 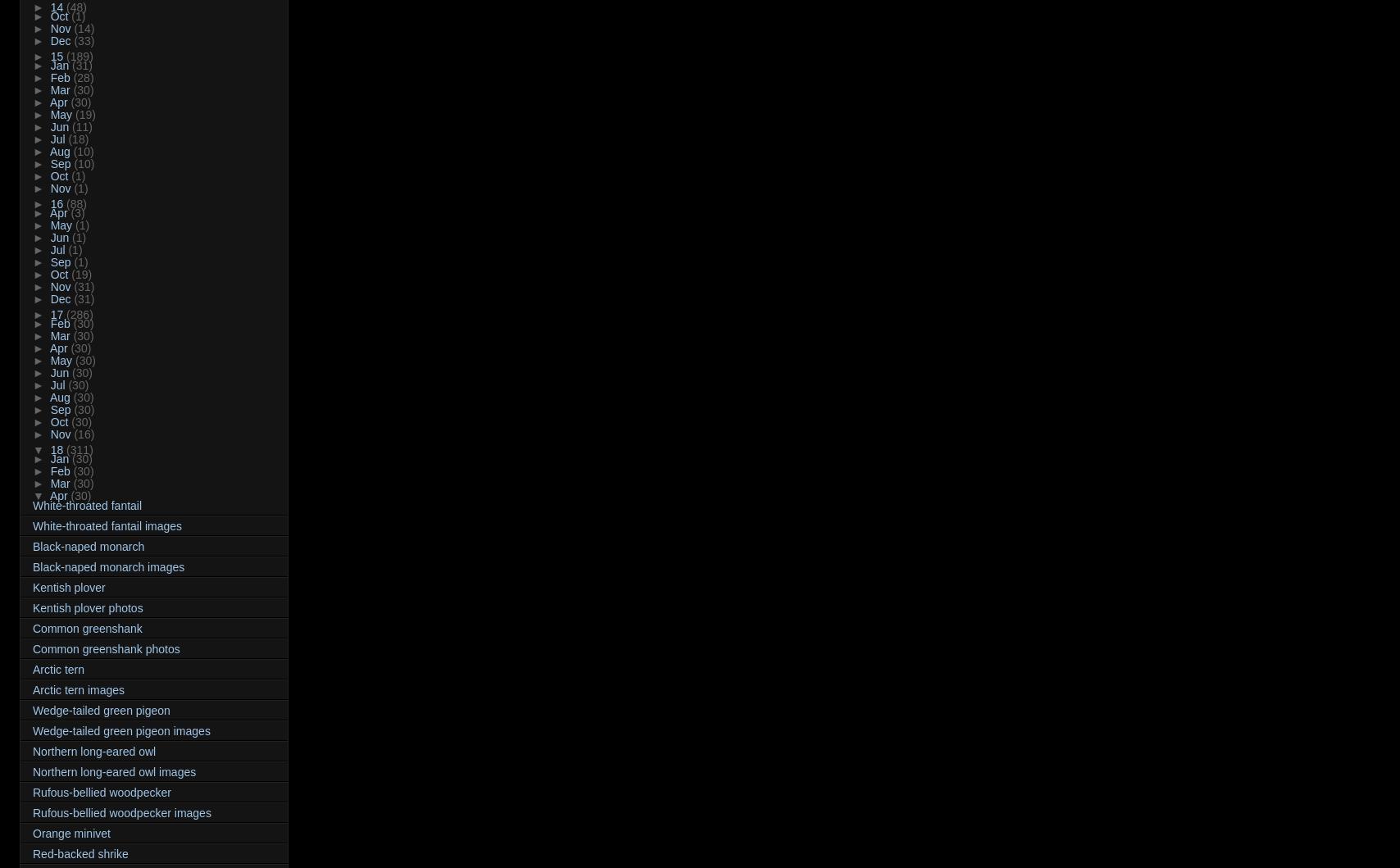 I want to click on 'Northern long-eared owl images', so click(x=114, y=771).